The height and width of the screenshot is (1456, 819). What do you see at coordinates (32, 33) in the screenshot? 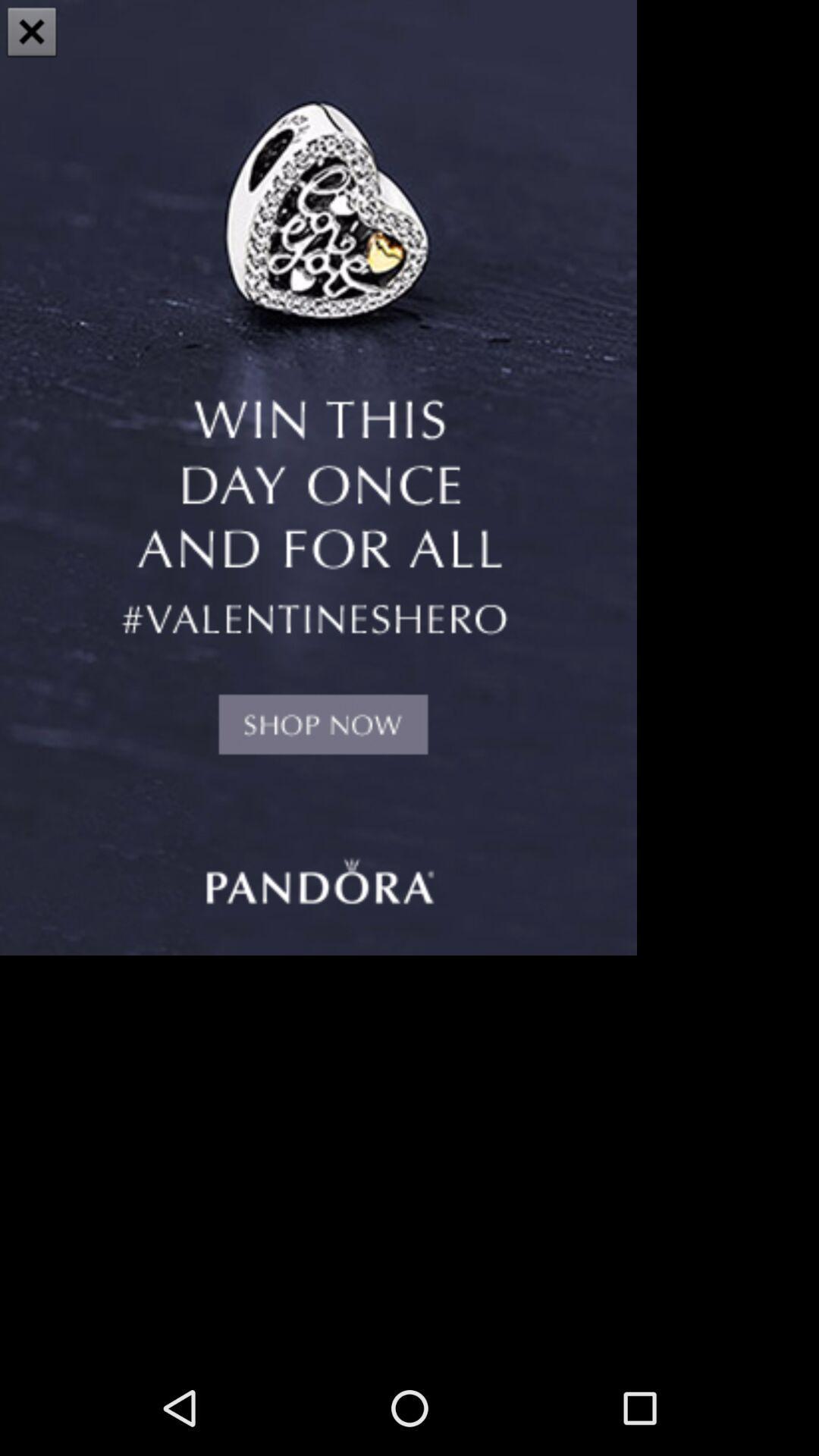
I see `the close icon` at bounding box center [32, 33].